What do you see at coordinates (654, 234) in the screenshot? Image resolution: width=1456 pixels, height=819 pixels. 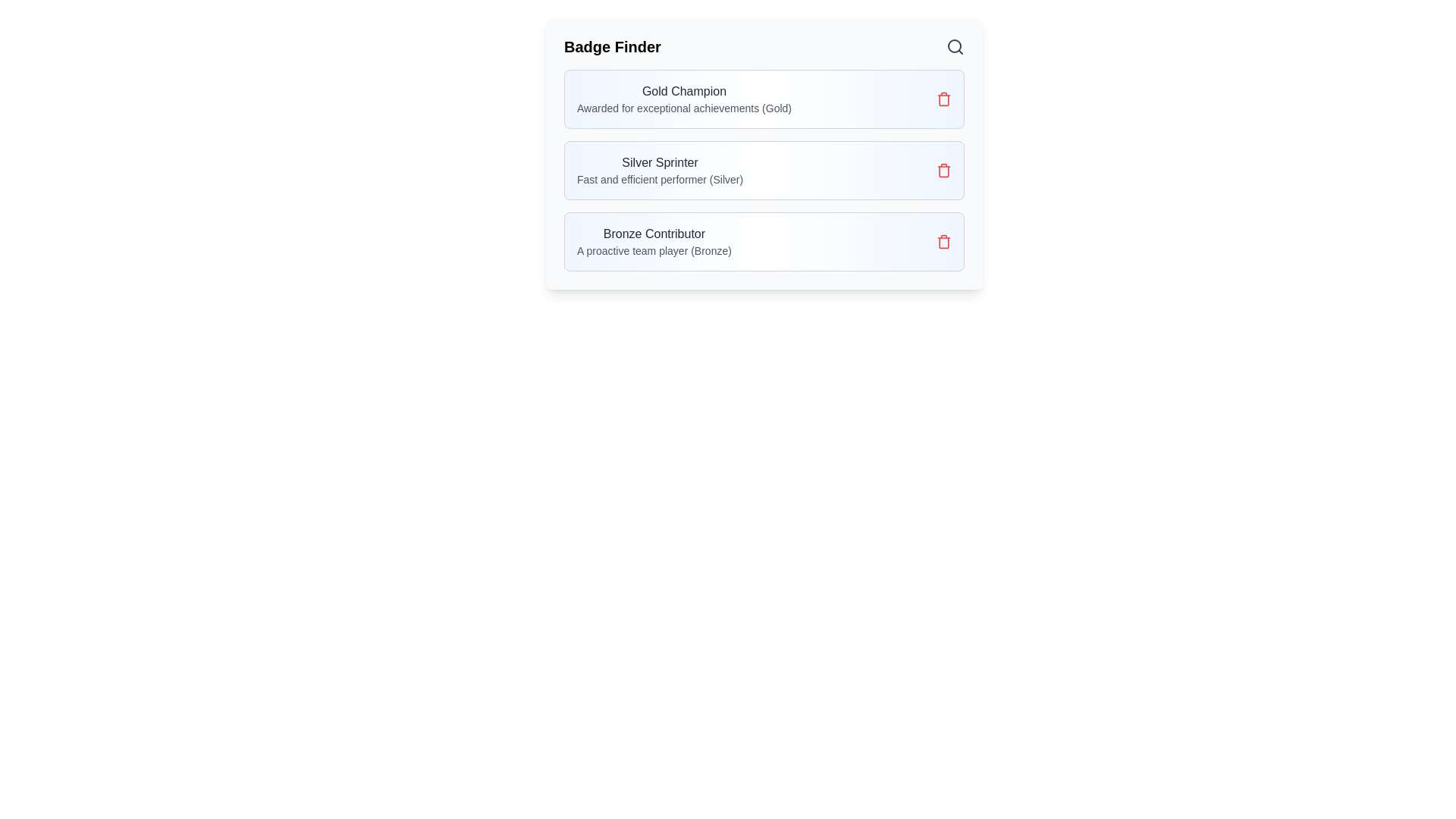 I see `the text label which serves as the title for the third card in a vertically stacked list of cards` at bounding box center [654, 234].